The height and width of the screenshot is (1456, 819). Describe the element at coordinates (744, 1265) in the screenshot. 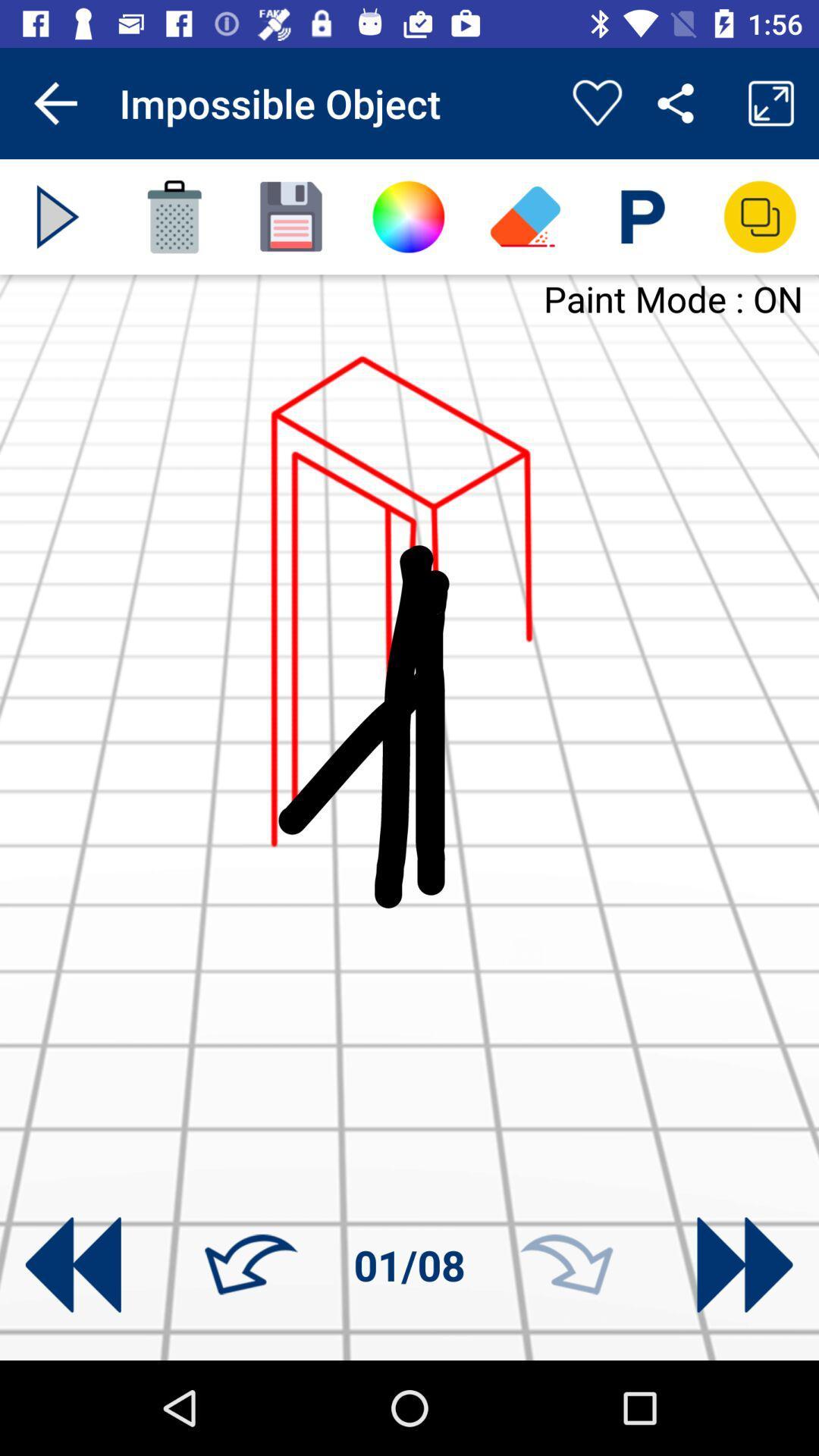

I see `the av_forward icon` at that location.